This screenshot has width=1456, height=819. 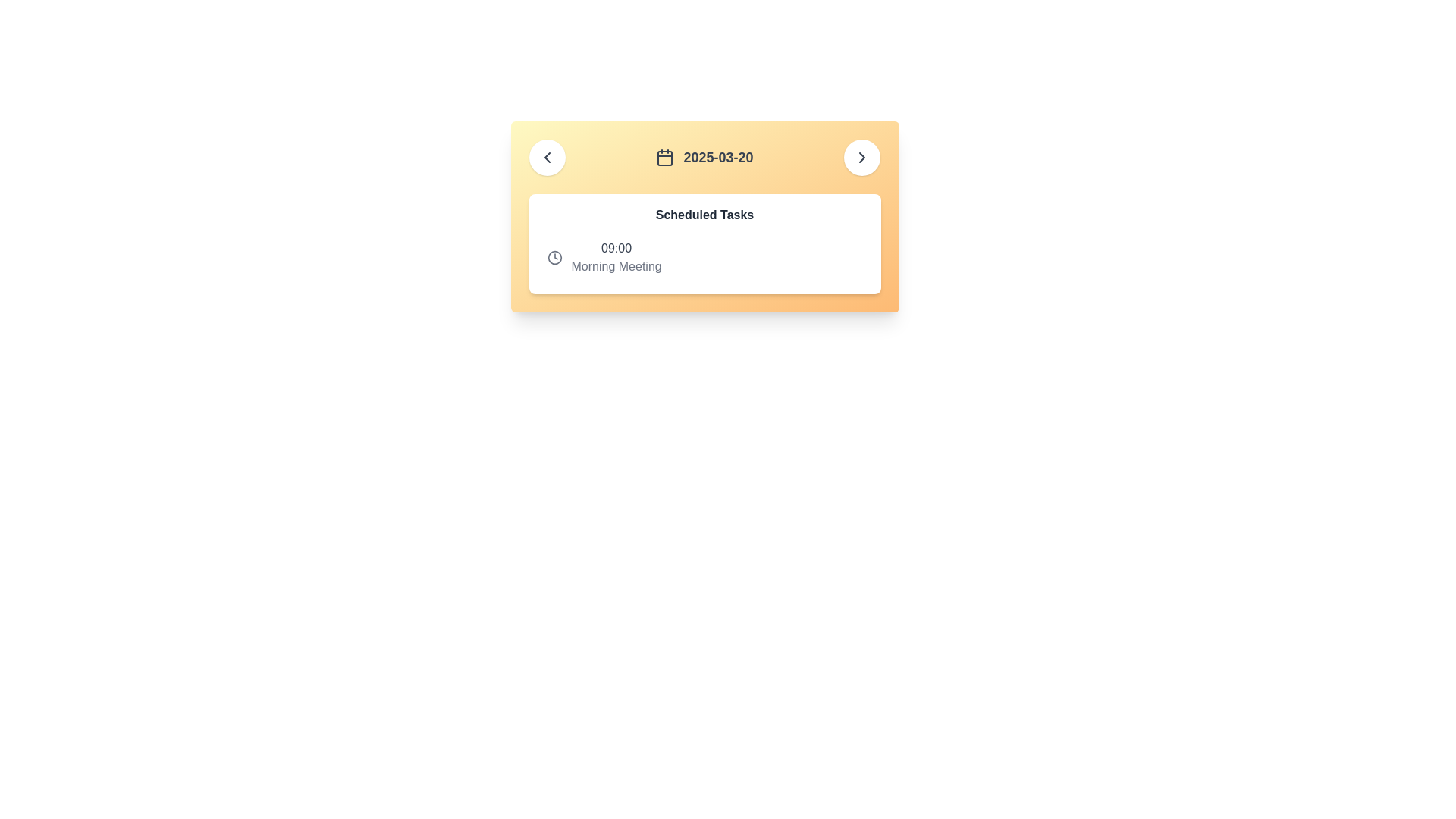 I want to click on text content of the 'Morning Meeting' label, which is styled in lighter gray and positioned beneath the time '09:00' within a schedule card interface, so click(x=617, y=265).